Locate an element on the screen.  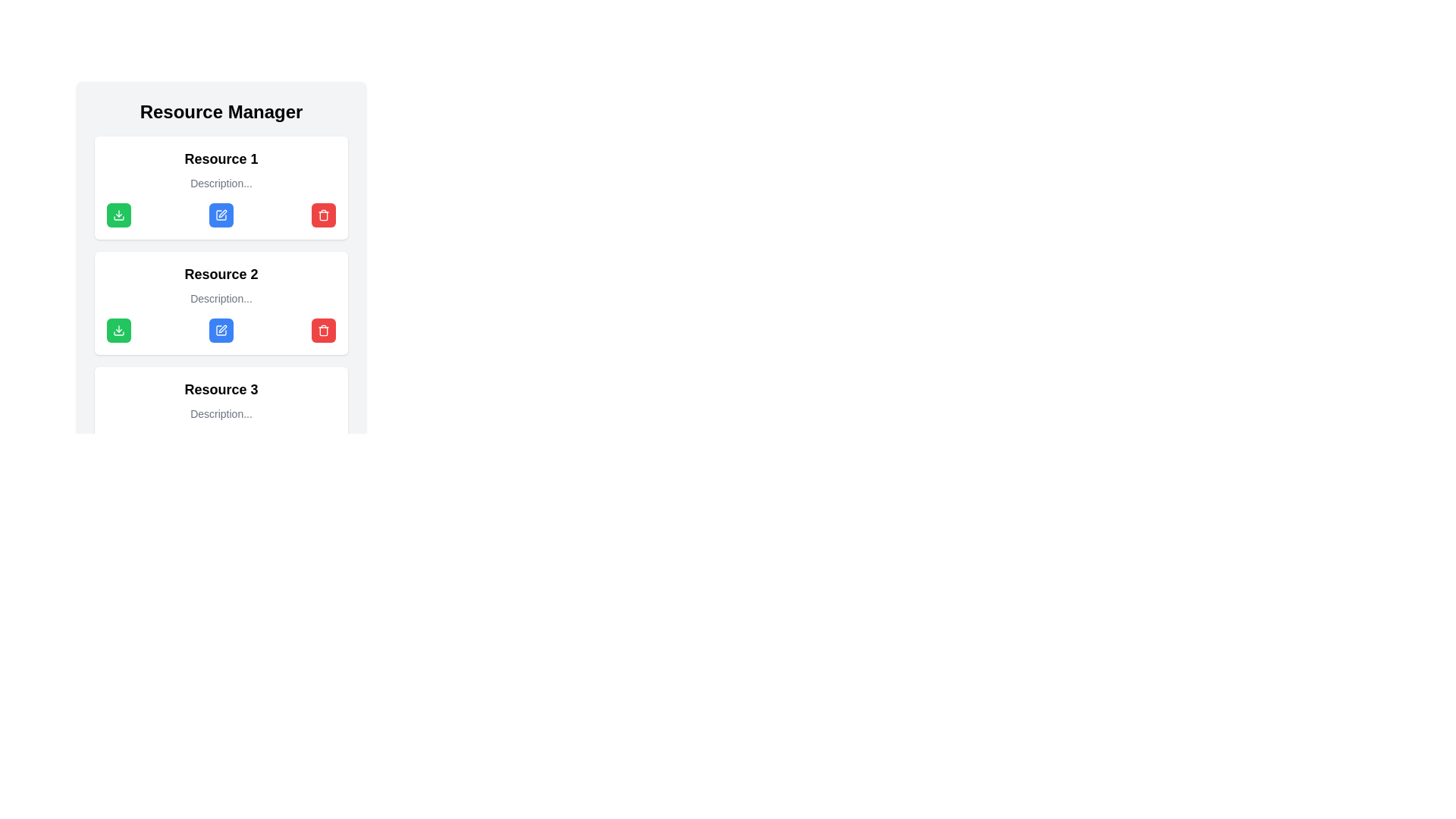
the green circular button with a downward arrow icon in the first row labeled 'Resource 1' to activate the download is located at coordinates (118, 329).